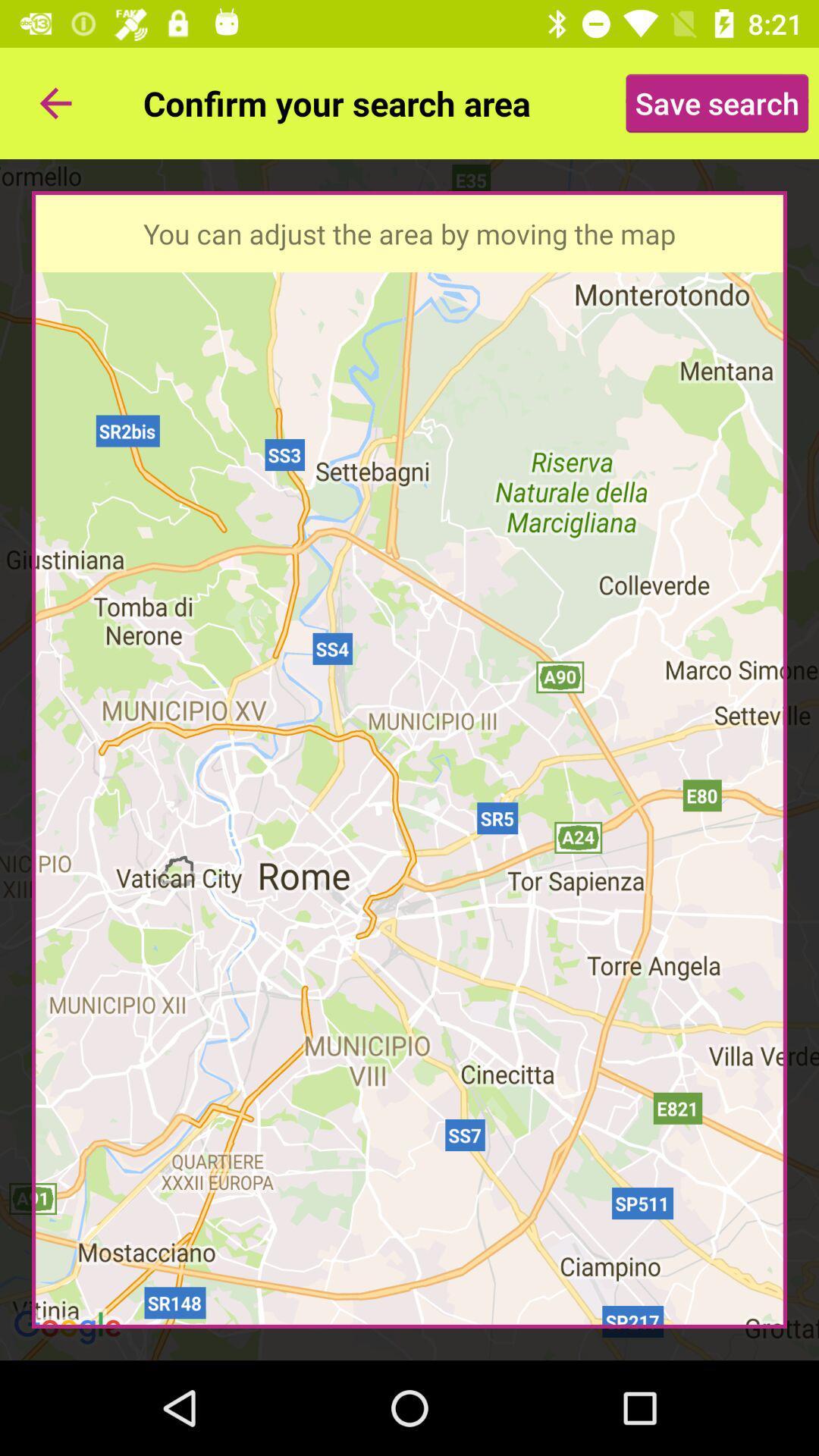  What do you see at coordinates (717, 102) in the screenshot?
I see `the save search icon` at bounding box center [717, 102].